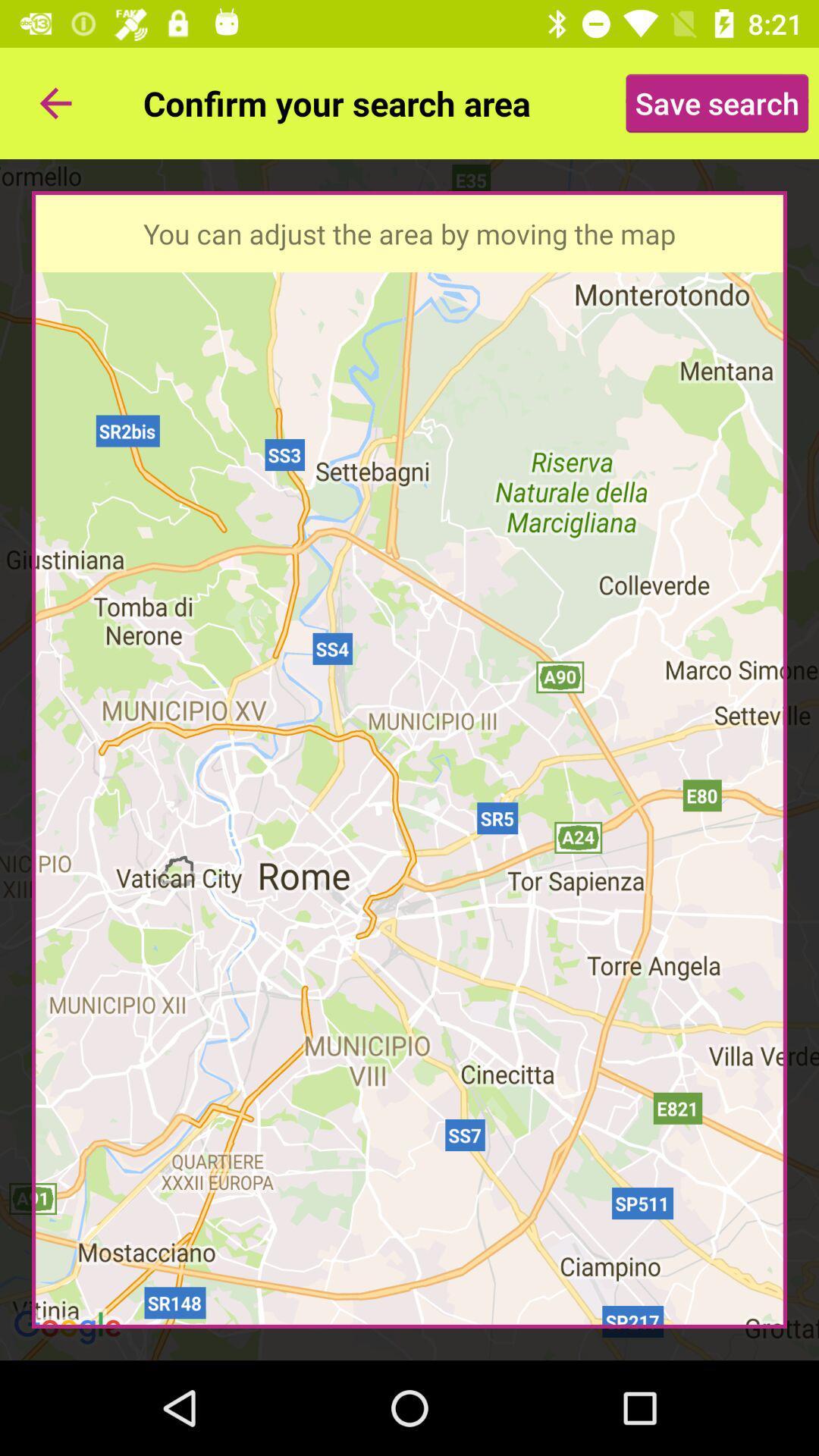  What do you see at coordinates (717, 102) in the screenshot?
I see `the save search icon` at bounding box center [717, 102].